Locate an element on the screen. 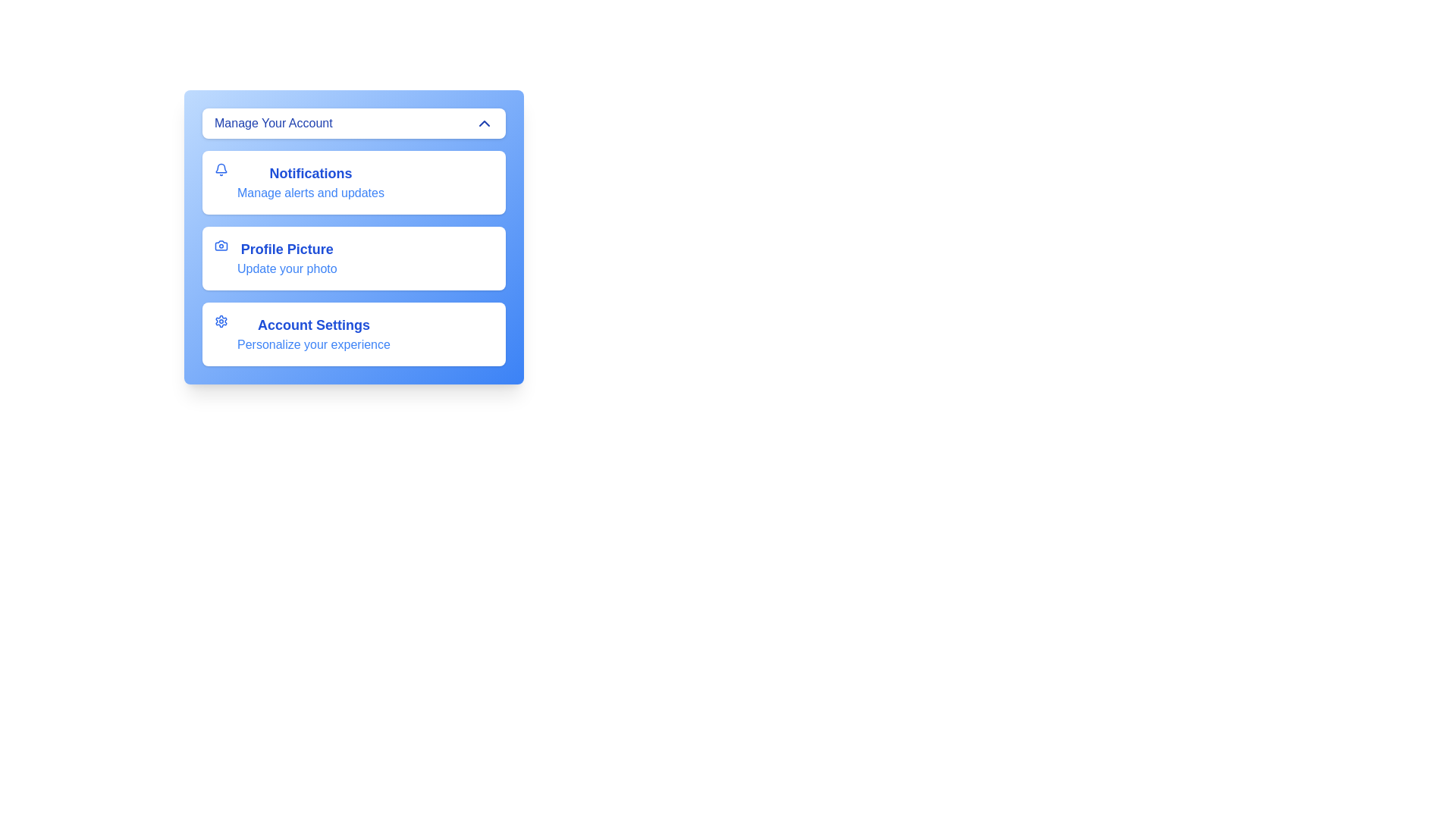 This screenshot has width=1456, height=819. the 'Manage Your Account' button to toggle the menu visibility is located at coordinates (353, 122).